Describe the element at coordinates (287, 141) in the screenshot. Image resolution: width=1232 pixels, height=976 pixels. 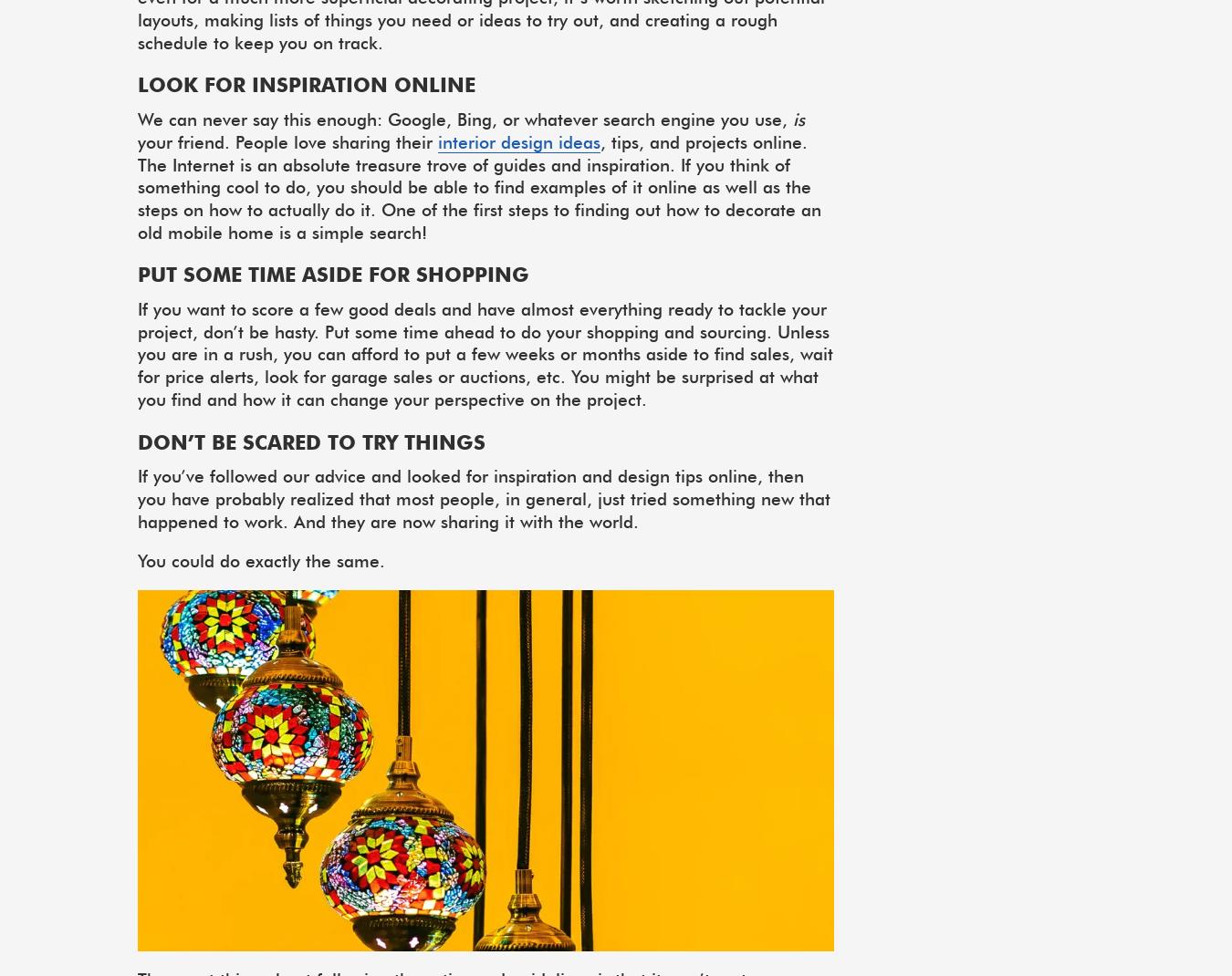
I see `'your friend. People love sharing their'` at that location.